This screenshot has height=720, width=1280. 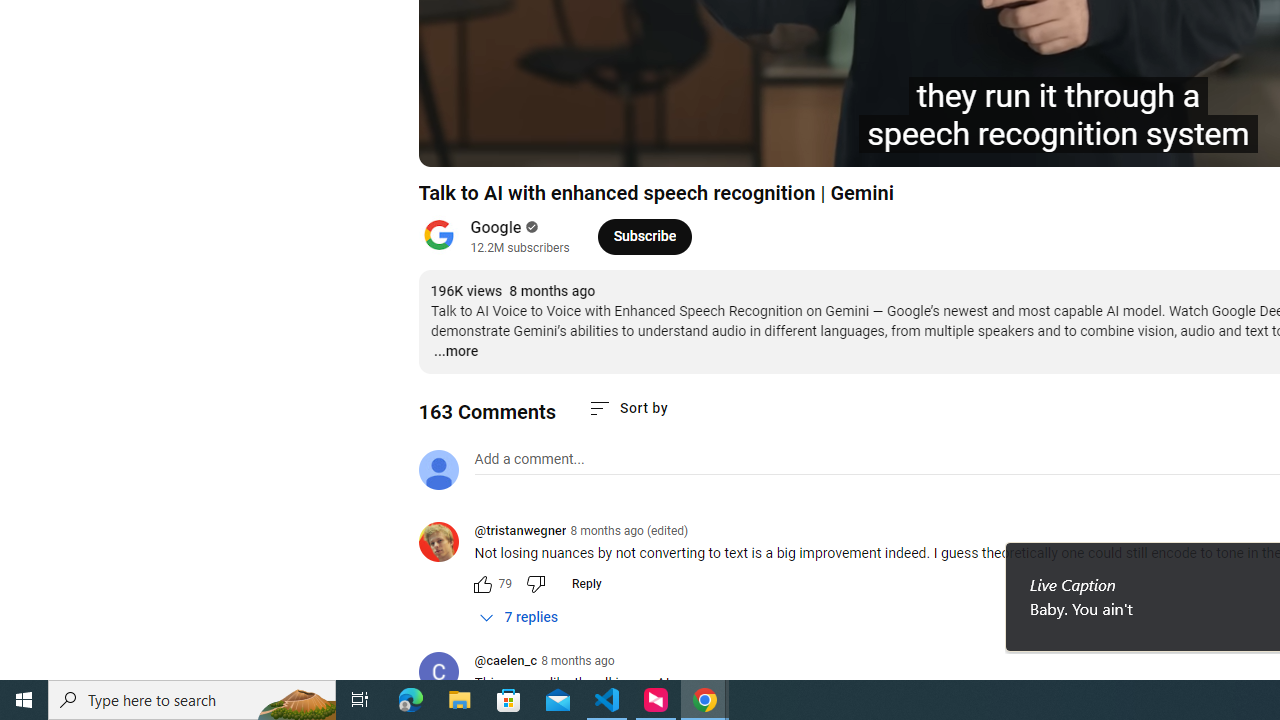 I want to click on '@caelen_c', so click(x=505, y=662).